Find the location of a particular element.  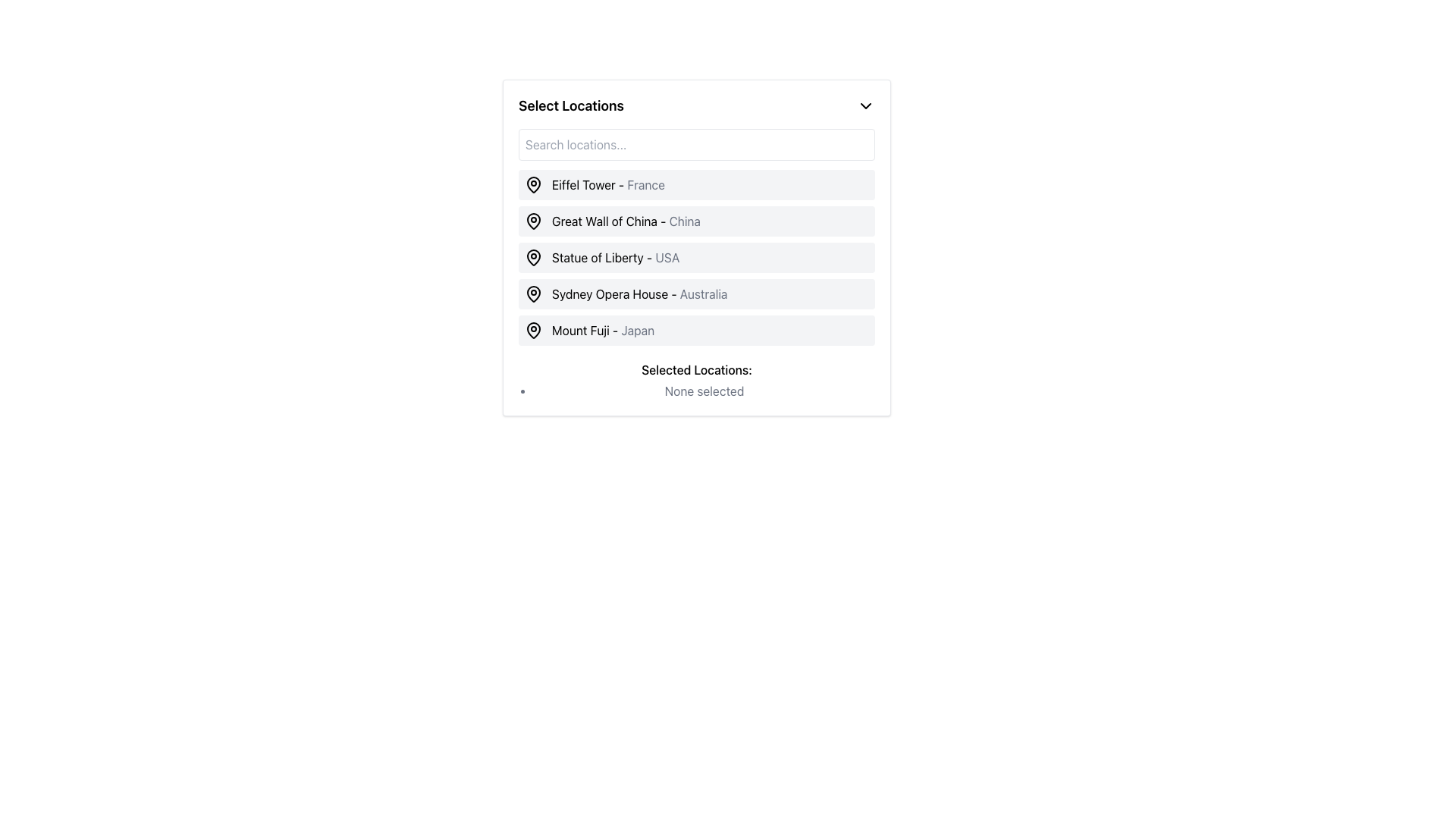

the text label displaying 'Japan' in the dropdown menu labeled 'Select Locations', which is styled in gray and part of the list item for 'Mount Fuji' is located at coordinates (638, 329).